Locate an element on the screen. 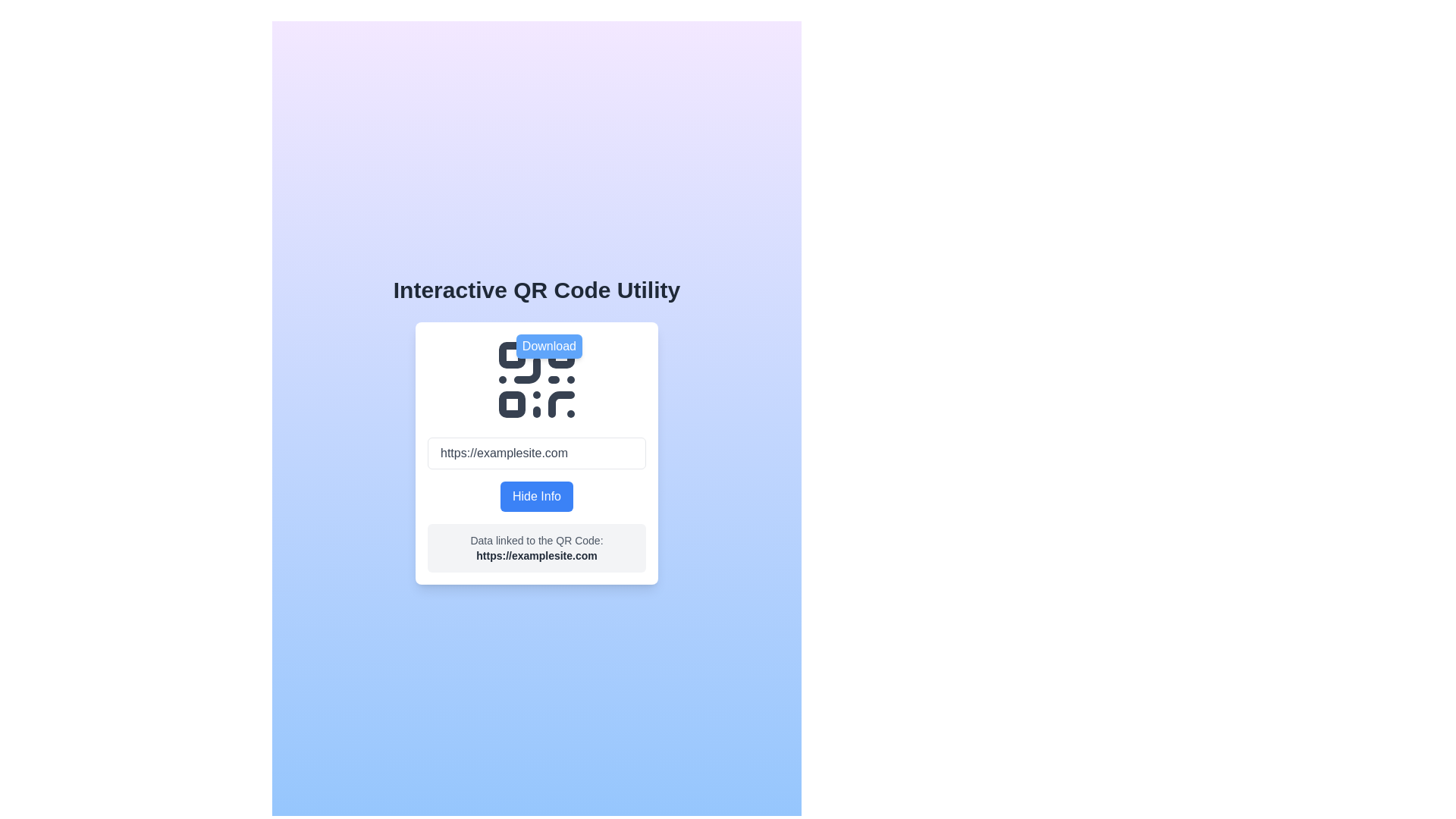  the top-left graphical icon element of the QR code visually is located at coordinates (512, 355).